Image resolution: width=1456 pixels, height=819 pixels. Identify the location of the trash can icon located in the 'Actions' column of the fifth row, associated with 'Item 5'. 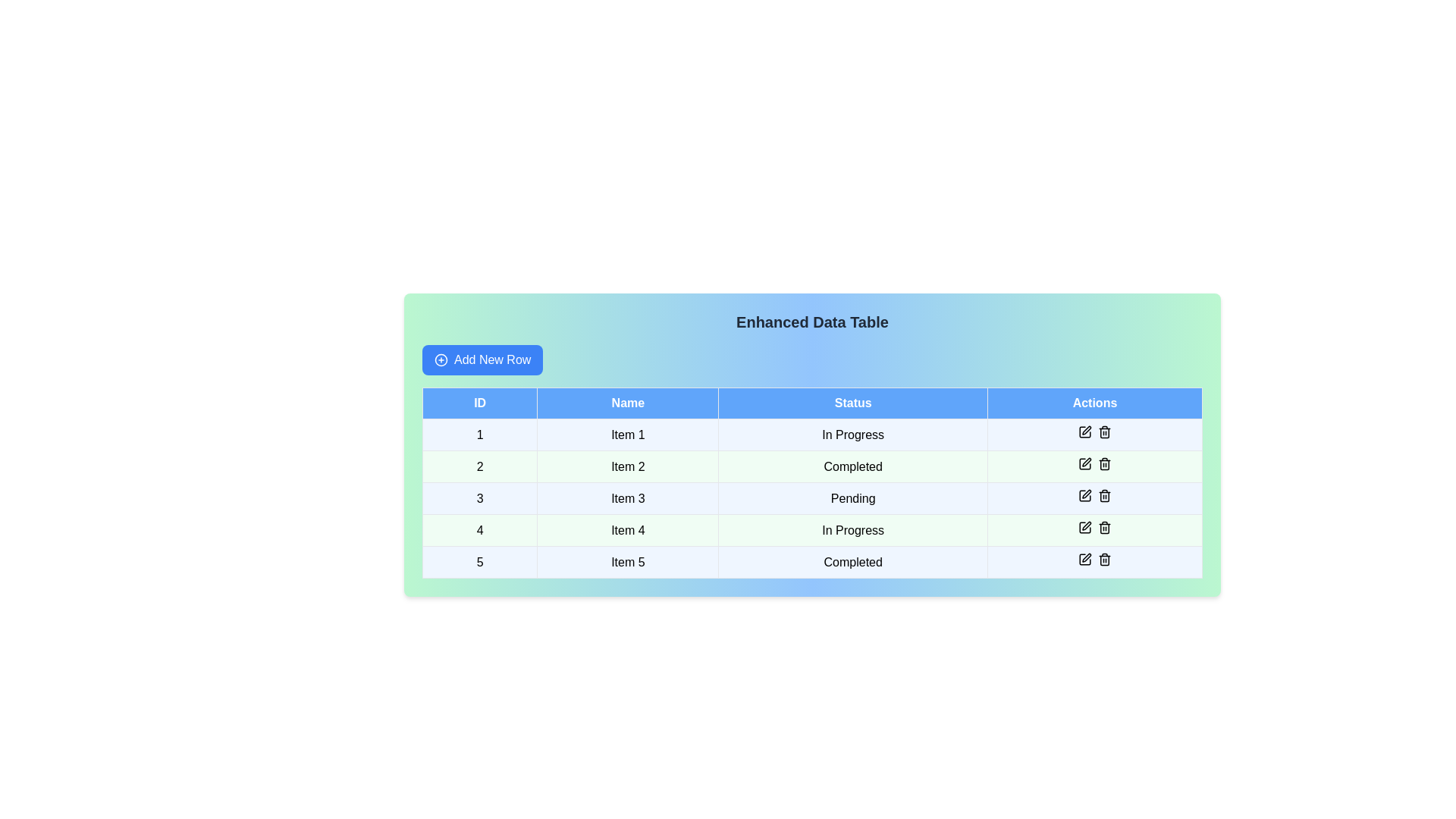
(1095, 562).